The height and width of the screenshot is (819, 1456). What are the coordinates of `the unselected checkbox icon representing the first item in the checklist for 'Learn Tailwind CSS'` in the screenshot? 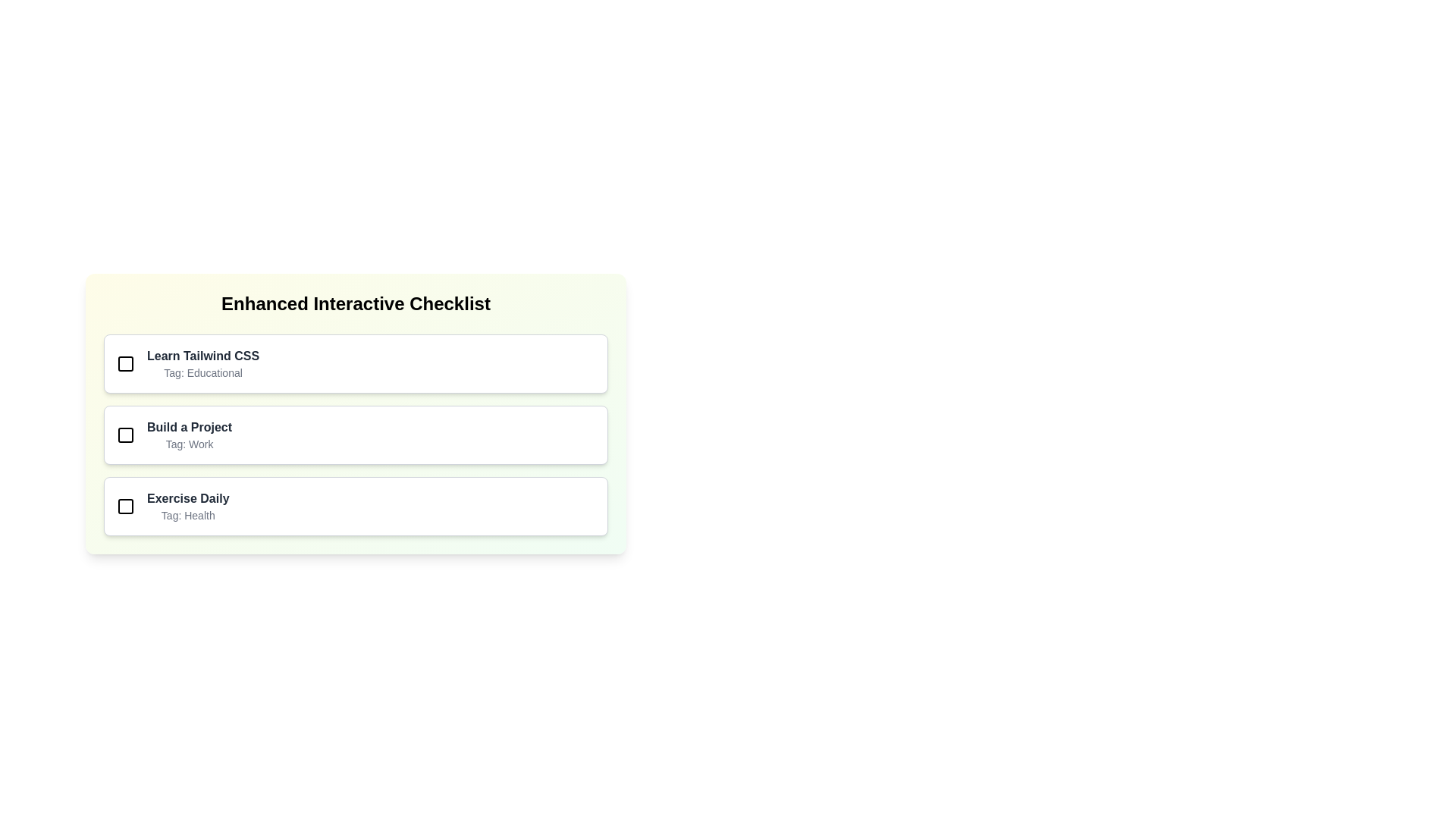 It's located at (126, 363).